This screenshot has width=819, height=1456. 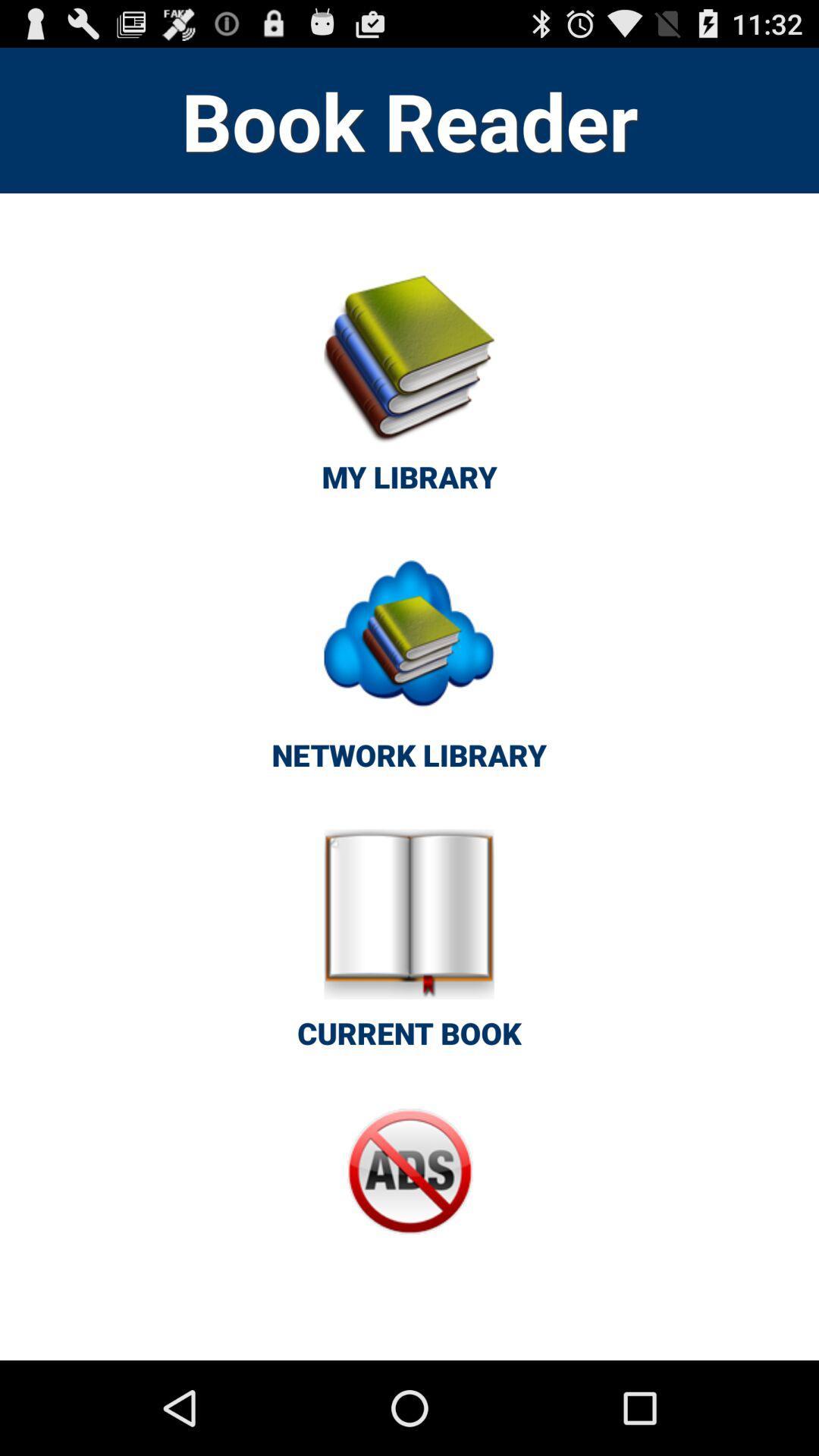 I want to click on button below my library icon, so click(x=408, y=669).